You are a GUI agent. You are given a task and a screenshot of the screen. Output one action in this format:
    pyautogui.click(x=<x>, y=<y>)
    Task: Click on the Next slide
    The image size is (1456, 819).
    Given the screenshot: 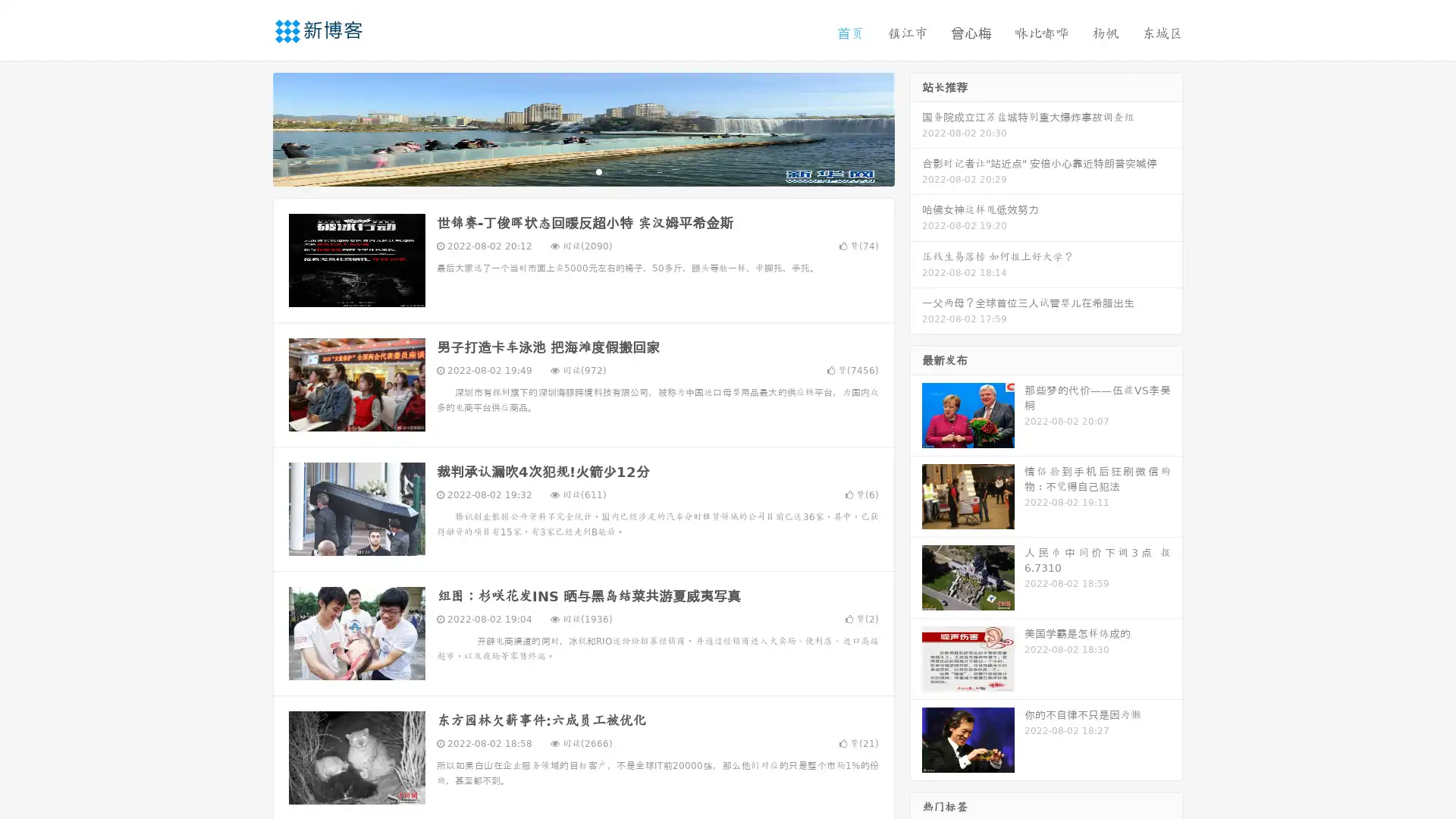 What is the action you would take?
    pyautogui.click(x=916, y=127)
    